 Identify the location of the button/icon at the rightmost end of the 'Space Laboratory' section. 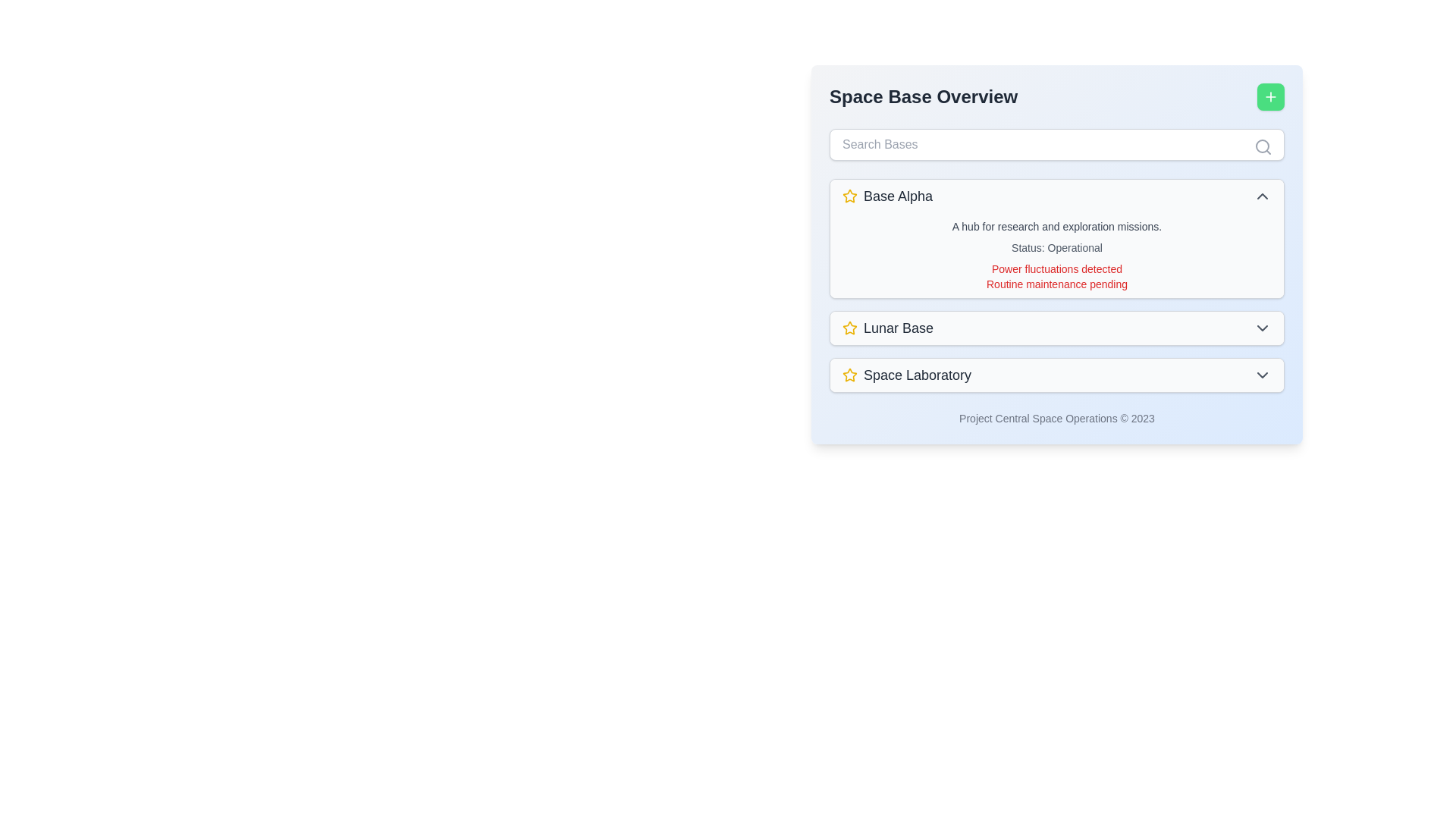
(1263, 375).